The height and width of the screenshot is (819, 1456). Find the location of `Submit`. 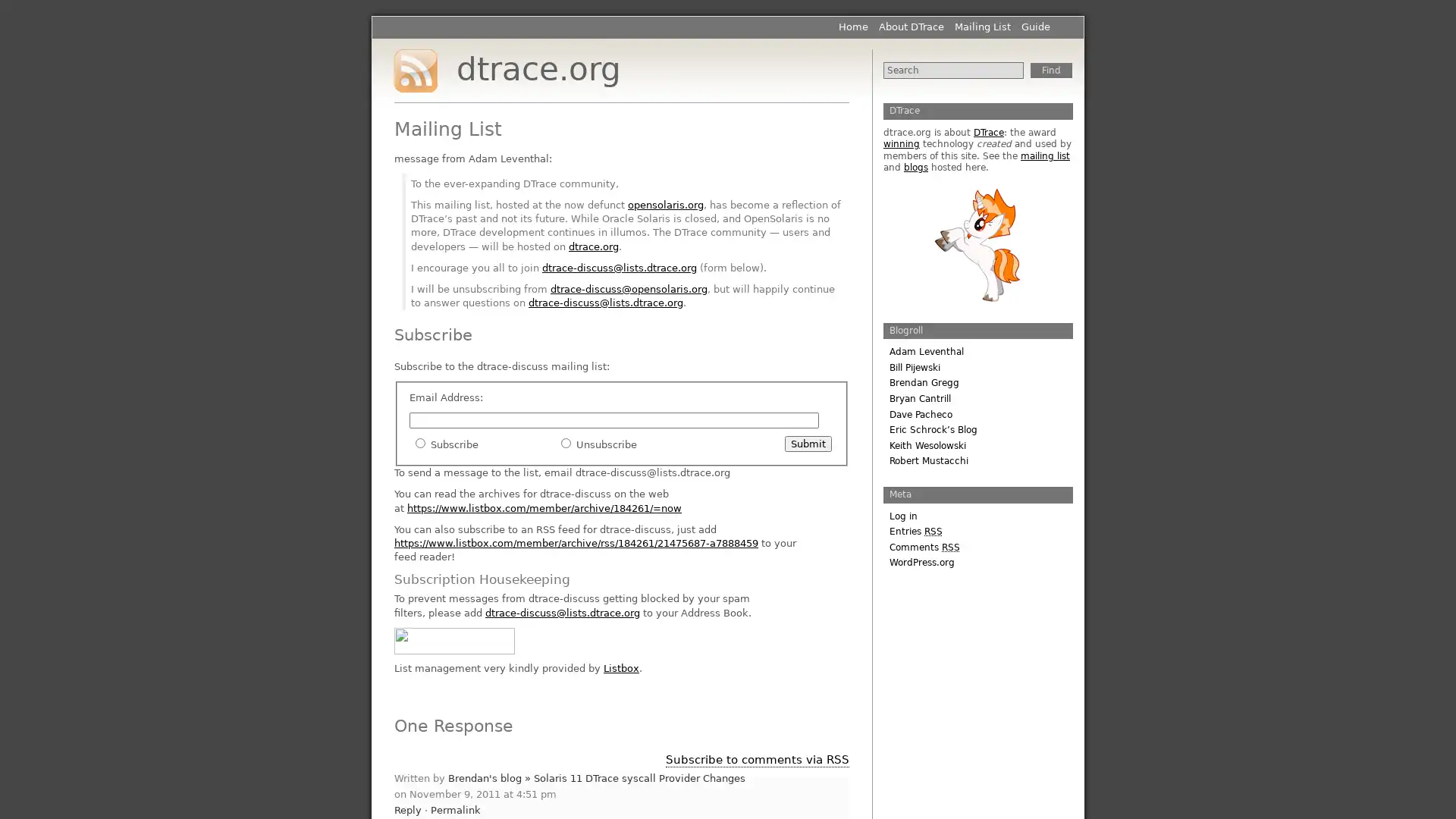

Submit is located at coordinates (807, 444).